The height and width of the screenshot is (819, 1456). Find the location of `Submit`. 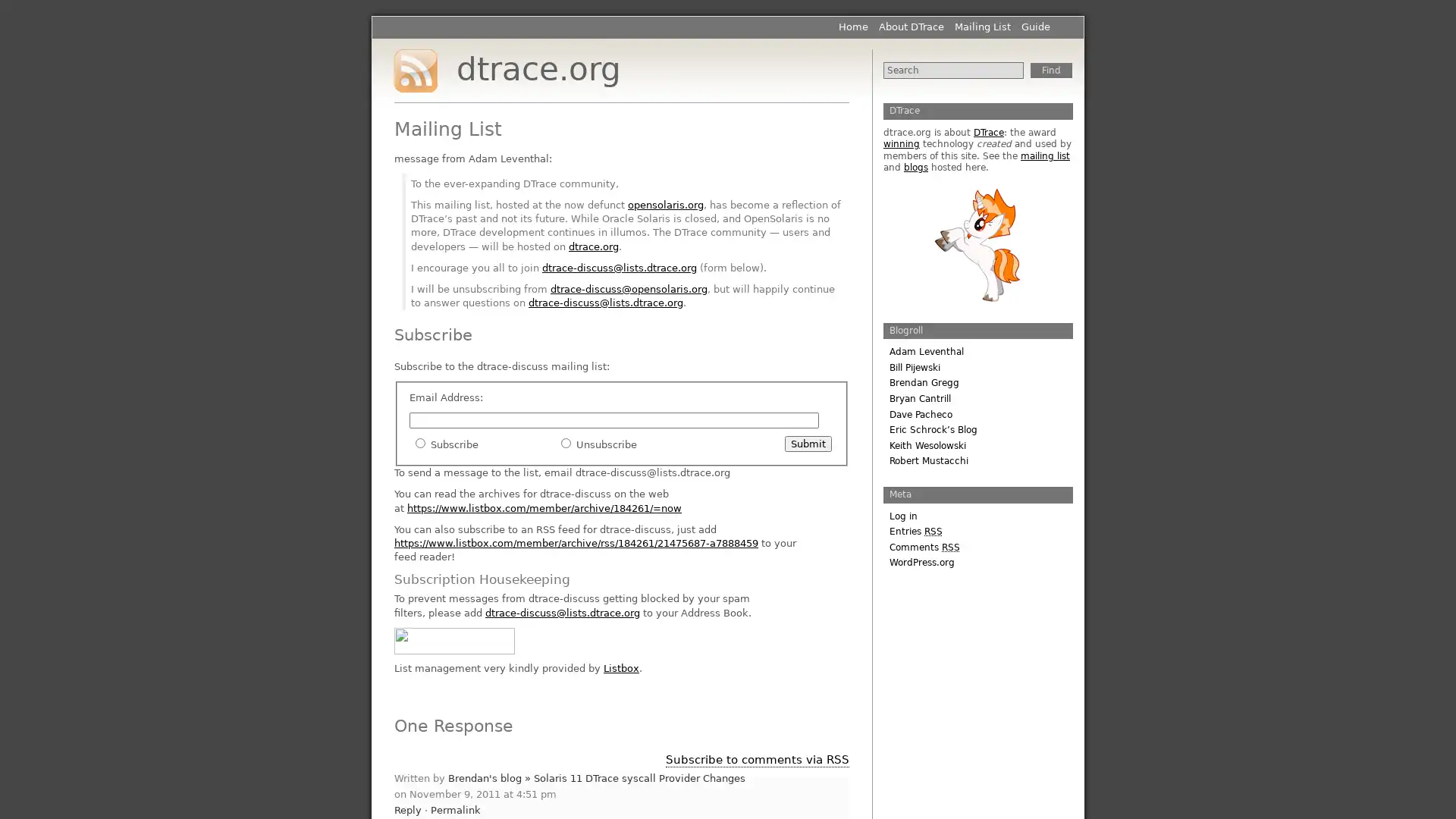

Submit is located at coordinates (807, 444).